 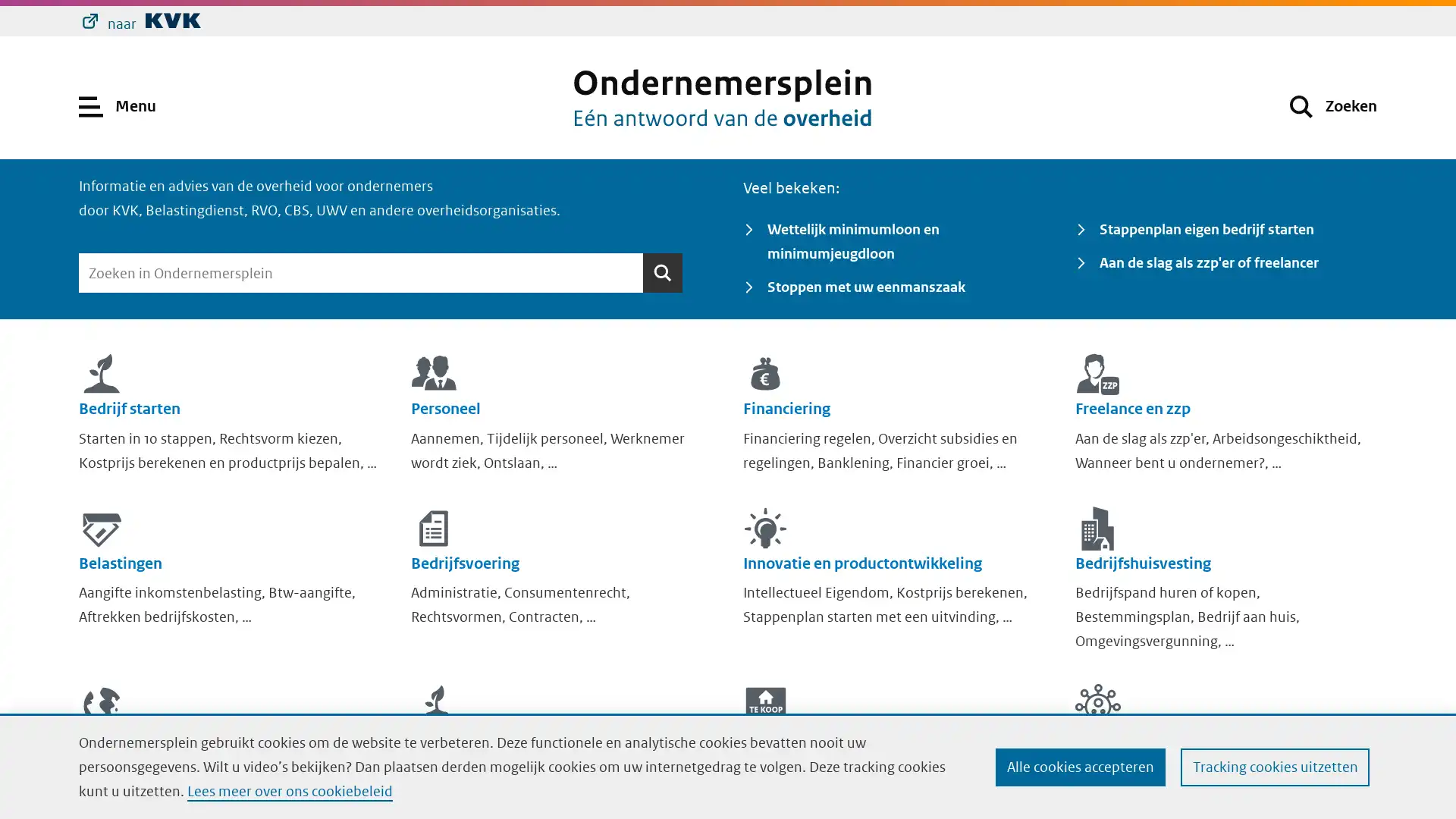 I want to click on Tracking cookies uitzetten, so click(x=1274, y=767).